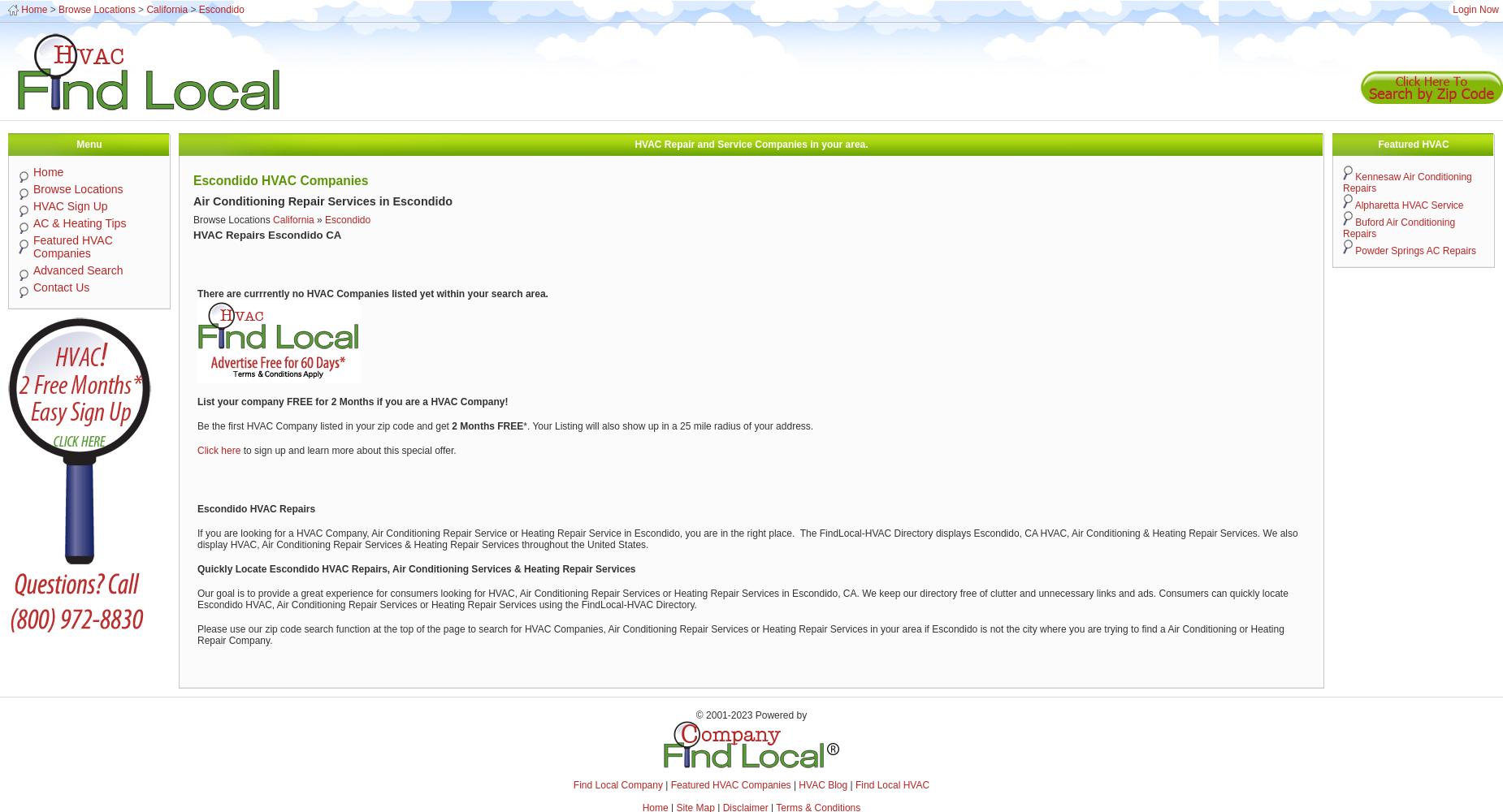 The image size is (1503, 812). What do you see at coordinates (352, 401) in the screenshot?
I see `'List your company FREE for 2 Months if you are a HVAC Company!'` at bounding box center [352, 401].